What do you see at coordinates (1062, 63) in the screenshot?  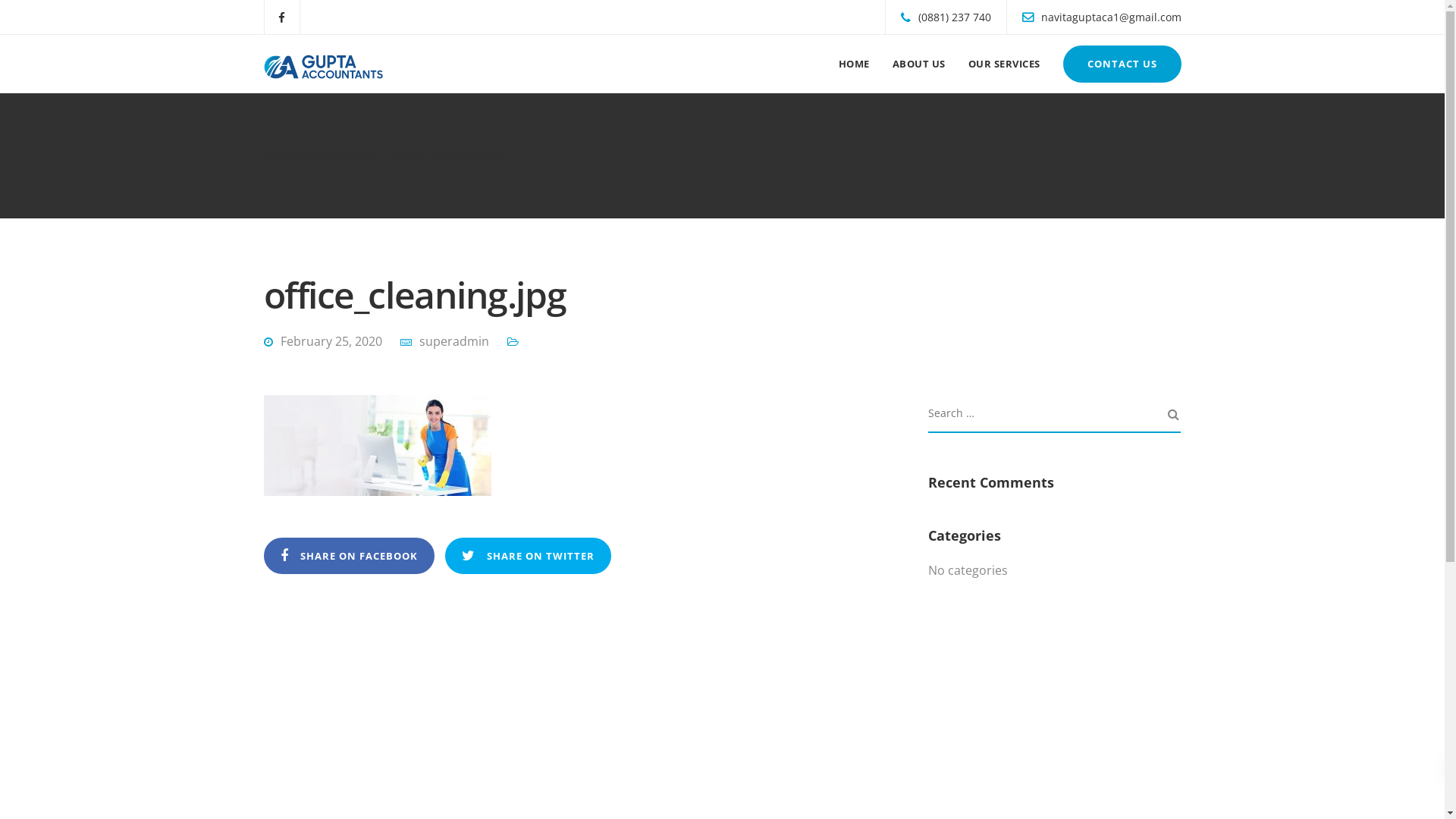 I see `'CONTACT US'` at bounding box center [1062, 63].